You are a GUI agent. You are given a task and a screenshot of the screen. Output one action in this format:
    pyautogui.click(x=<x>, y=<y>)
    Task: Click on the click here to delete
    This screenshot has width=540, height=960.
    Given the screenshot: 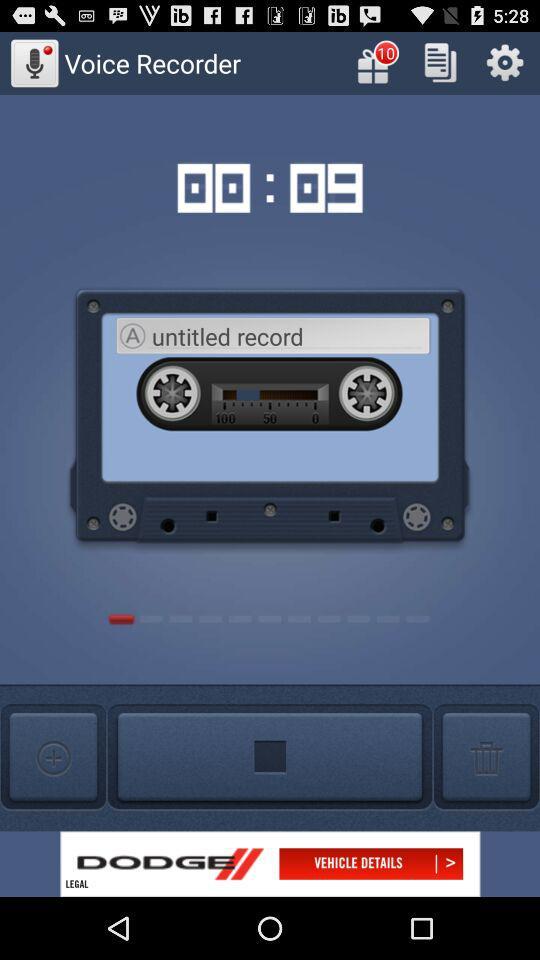 What is the action you would take?
    pyautogui.click(x=485, y=756)
    